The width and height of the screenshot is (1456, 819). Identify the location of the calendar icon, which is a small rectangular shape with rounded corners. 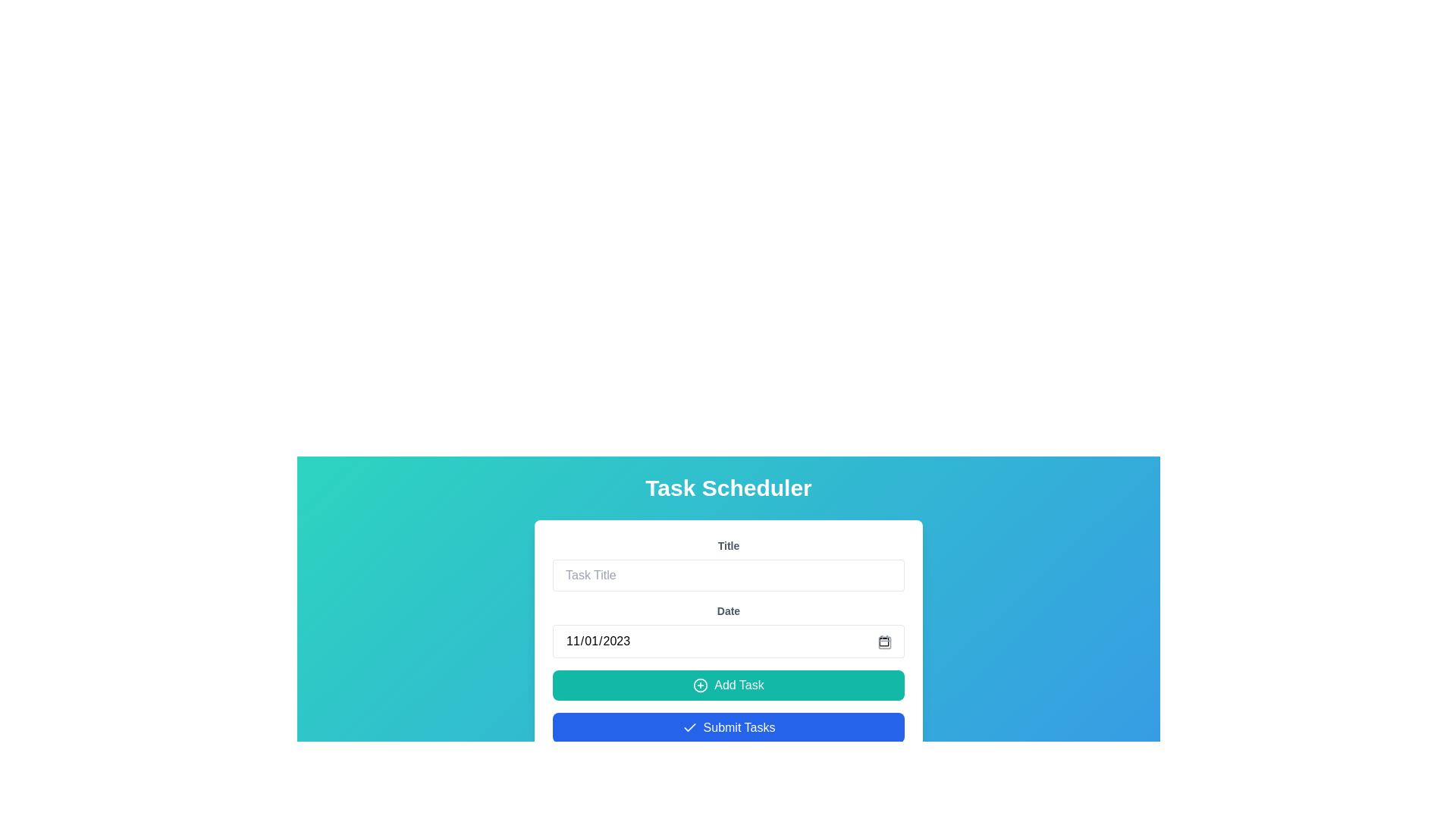
(884, 642).